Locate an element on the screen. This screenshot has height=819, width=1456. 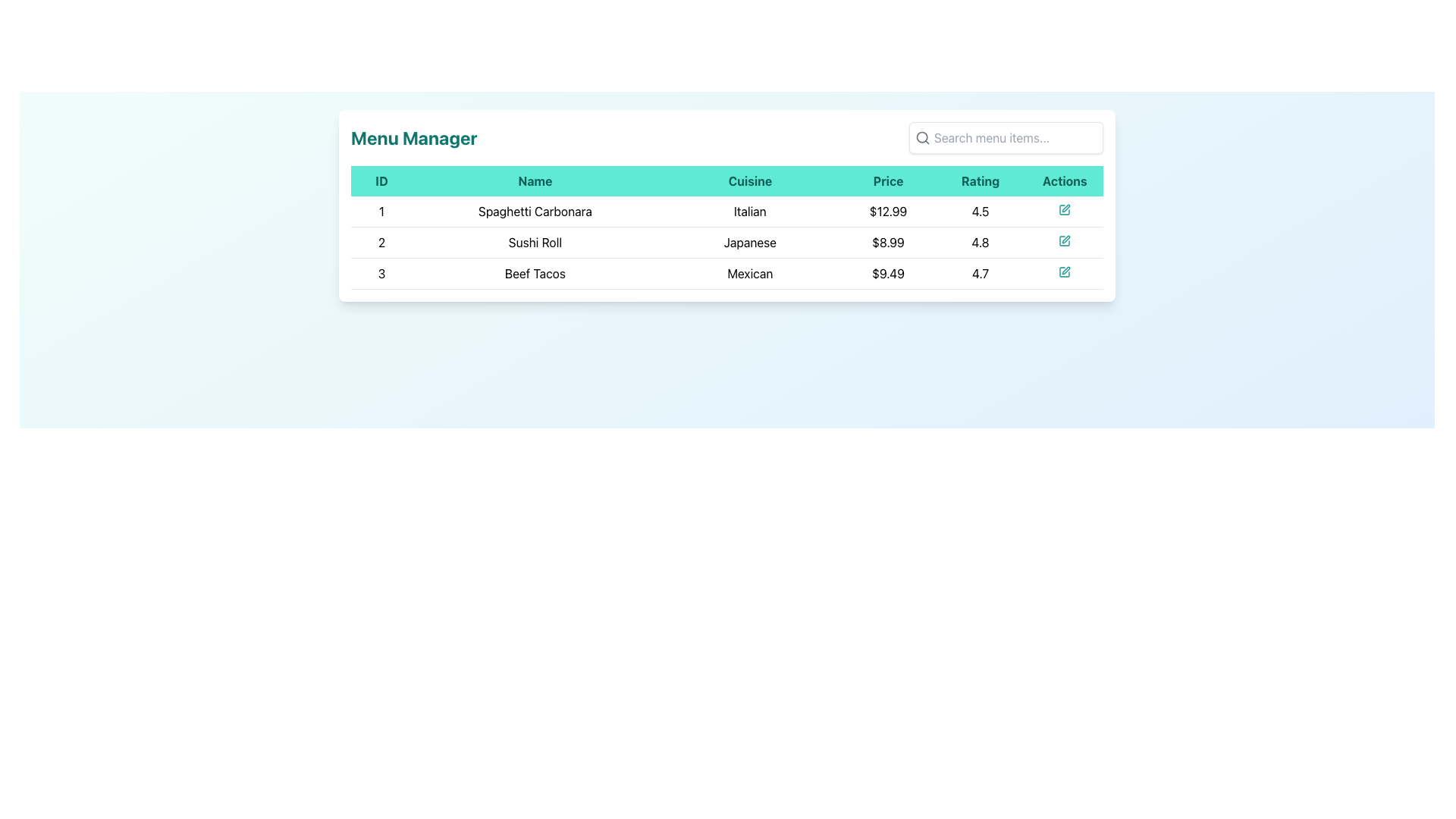
the static text element displaying the rating score for 'Beef Tacos', located in the 'Rating' column of the table, positioned between the price '$9.49' and the actions column is located at coordinates (980, 274).